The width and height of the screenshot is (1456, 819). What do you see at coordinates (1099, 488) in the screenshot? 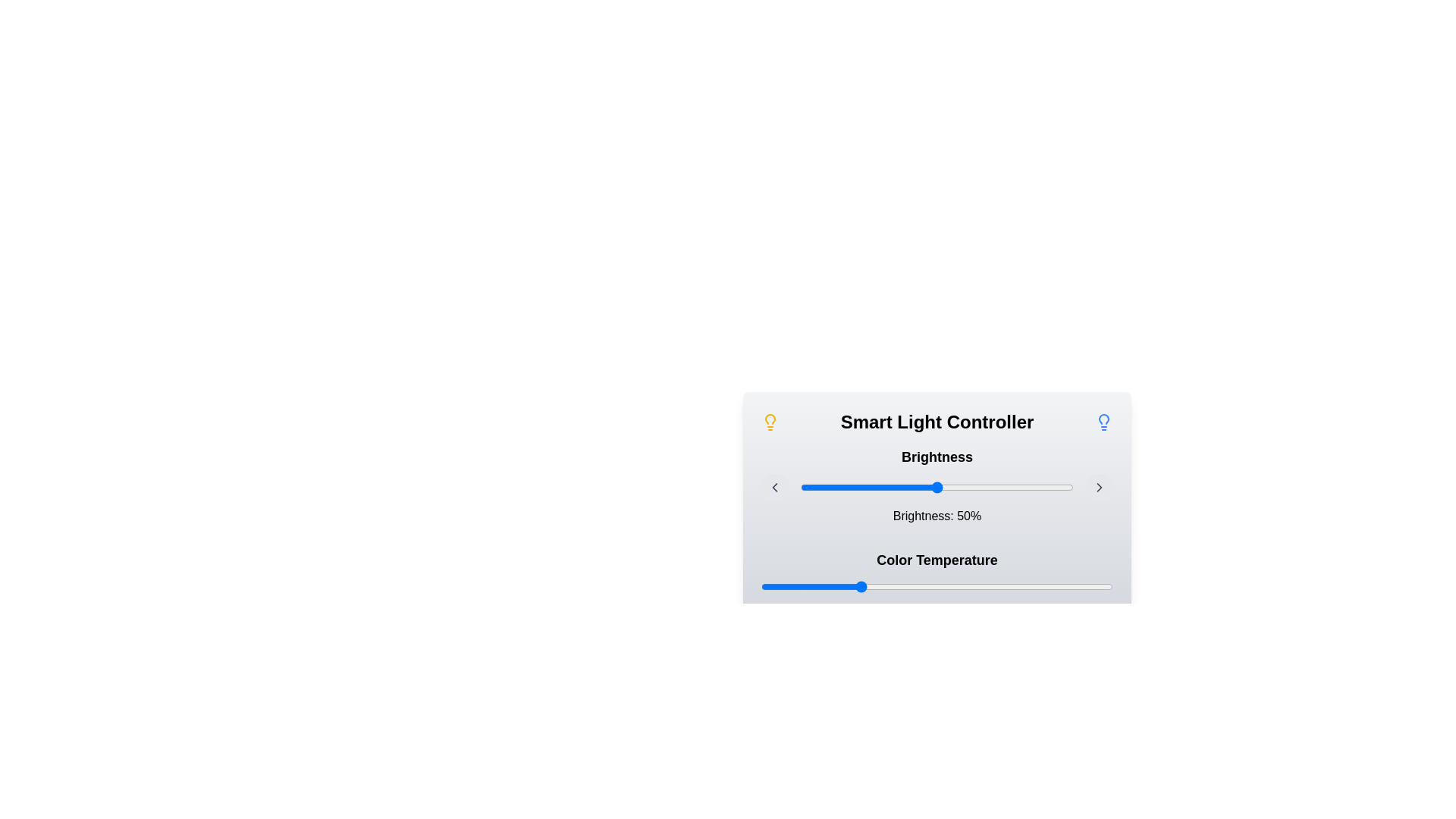
I see `the chevron right icon located at the top-right corner of the Smart Light Controller interface` at bounding box center [1099, 488].